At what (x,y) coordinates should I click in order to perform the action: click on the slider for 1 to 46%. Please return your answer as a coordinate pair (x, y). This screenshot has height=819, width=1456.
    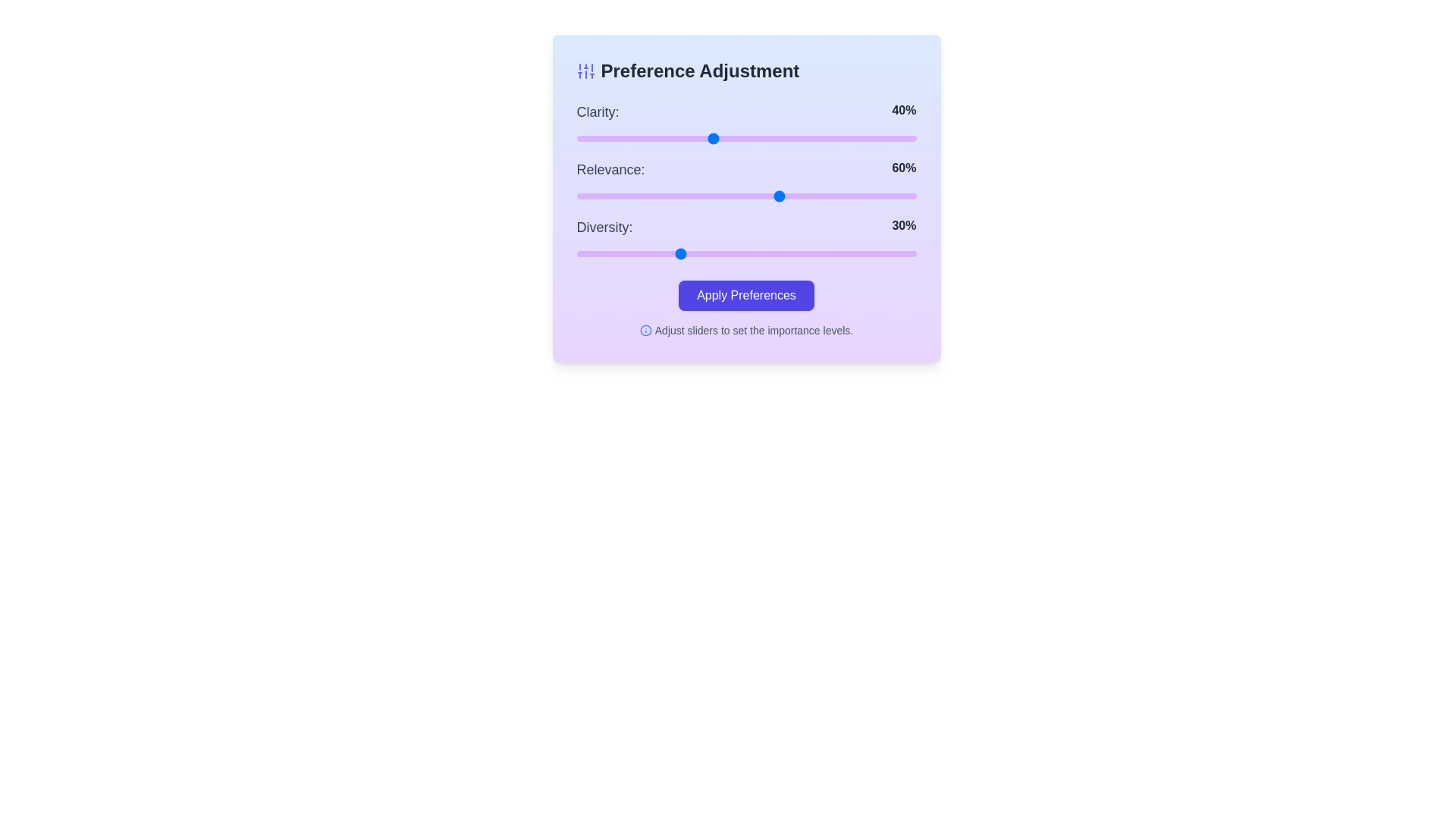
    Looking at the image, I should click on (733, 195).